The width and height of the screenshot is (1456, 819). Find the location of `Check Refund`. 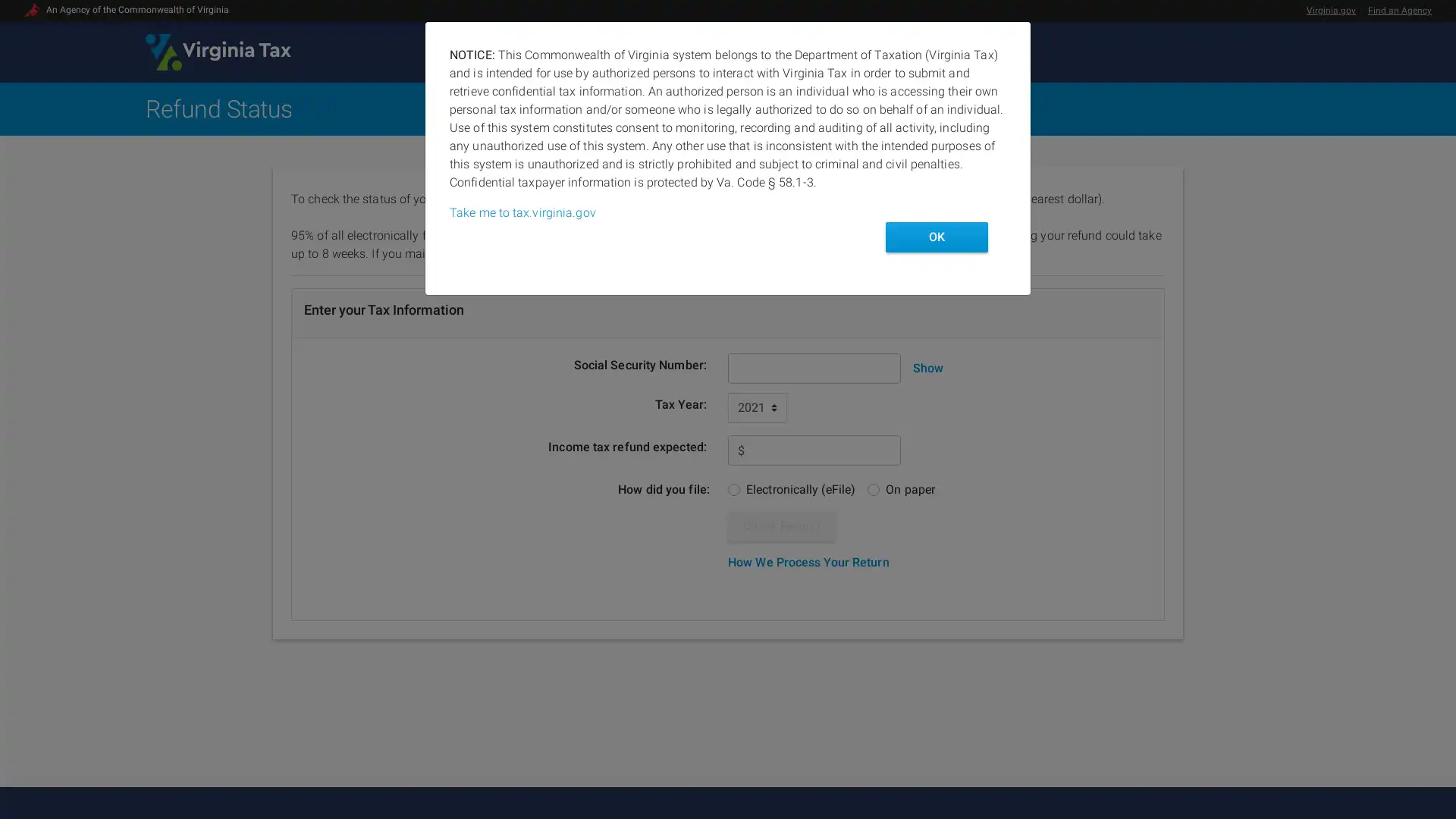

Check Refund is located at coordinates (781, 526).